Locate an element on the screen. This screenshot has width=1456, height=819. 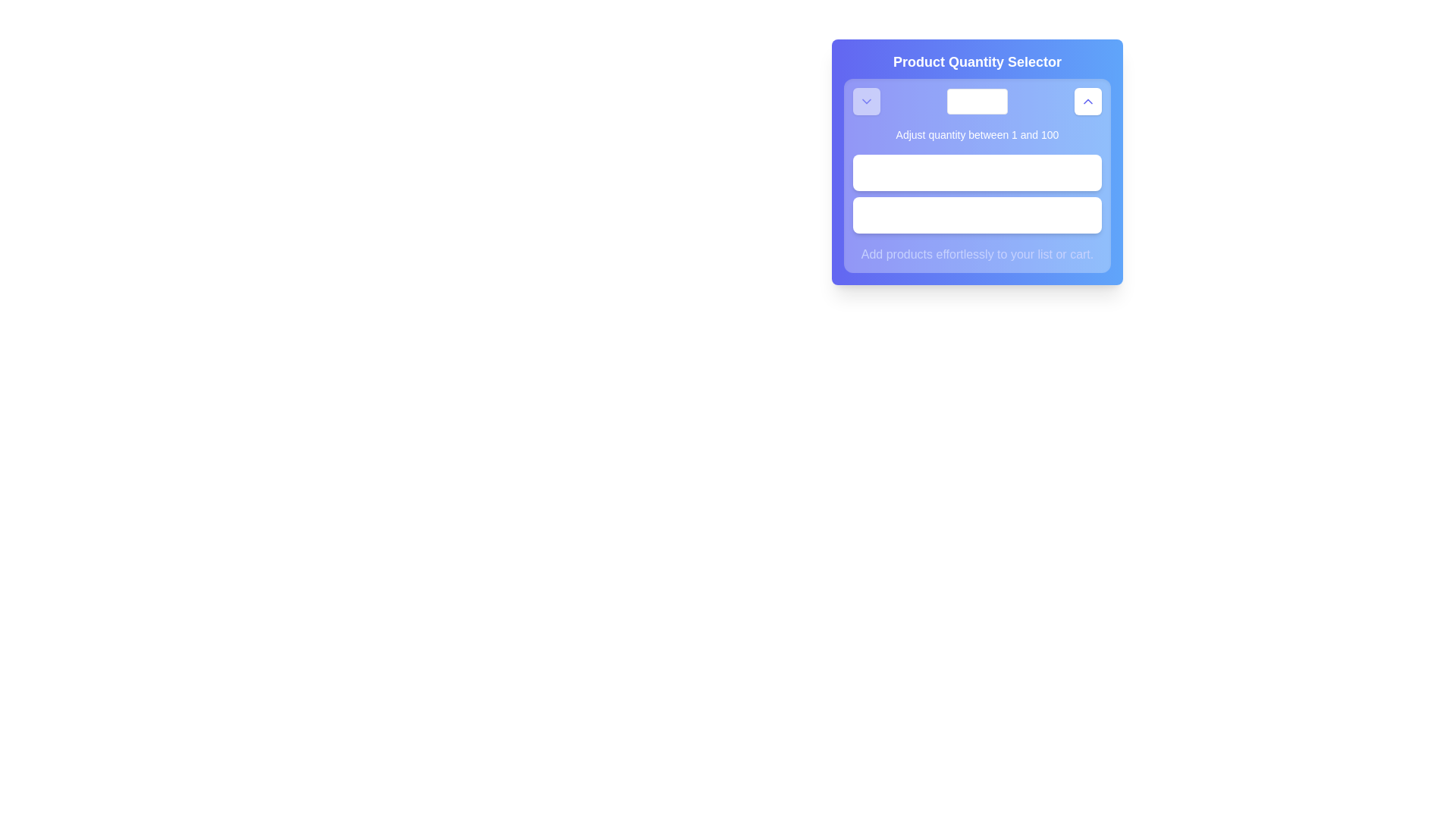
the quantity is located at coordinates (969, 171).